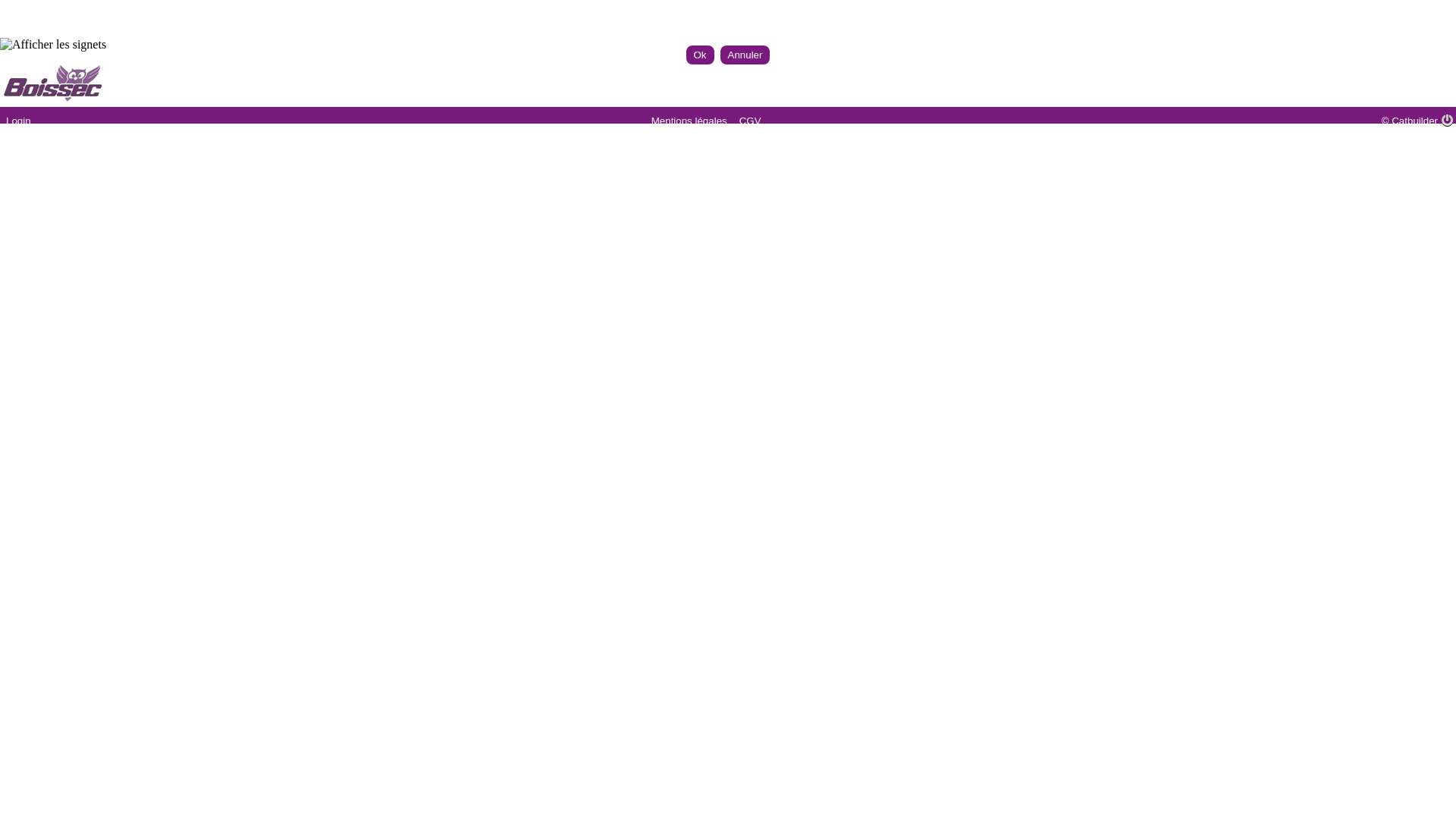 The height and width of the screenshot is (819, 1456). Describe the element at coordinates (745, 54) in the screenshot. I see `'Annuler'` at that location.